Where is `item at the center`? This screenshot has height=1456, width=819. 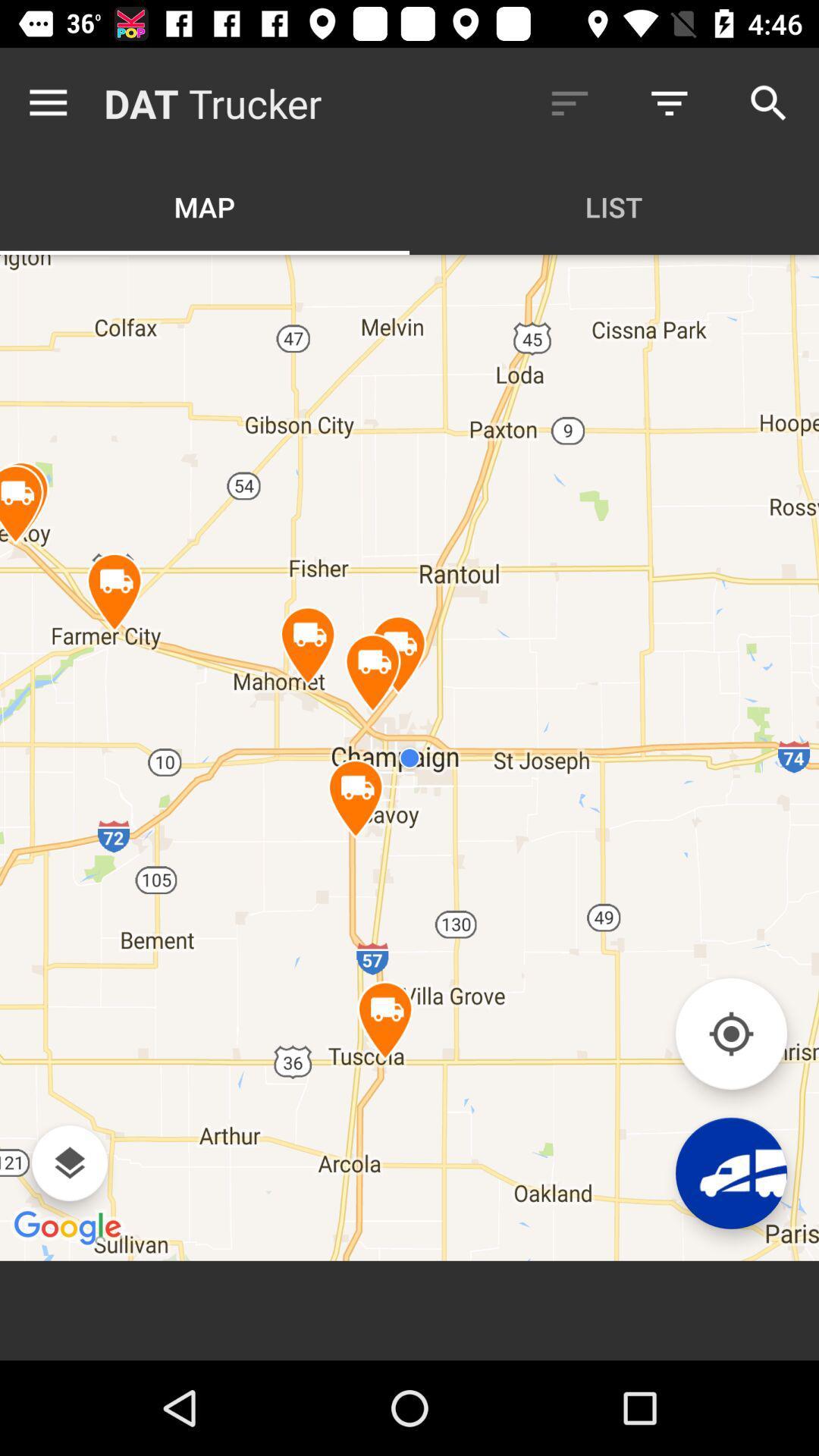 item at the center is located at coordinates (409, 758).